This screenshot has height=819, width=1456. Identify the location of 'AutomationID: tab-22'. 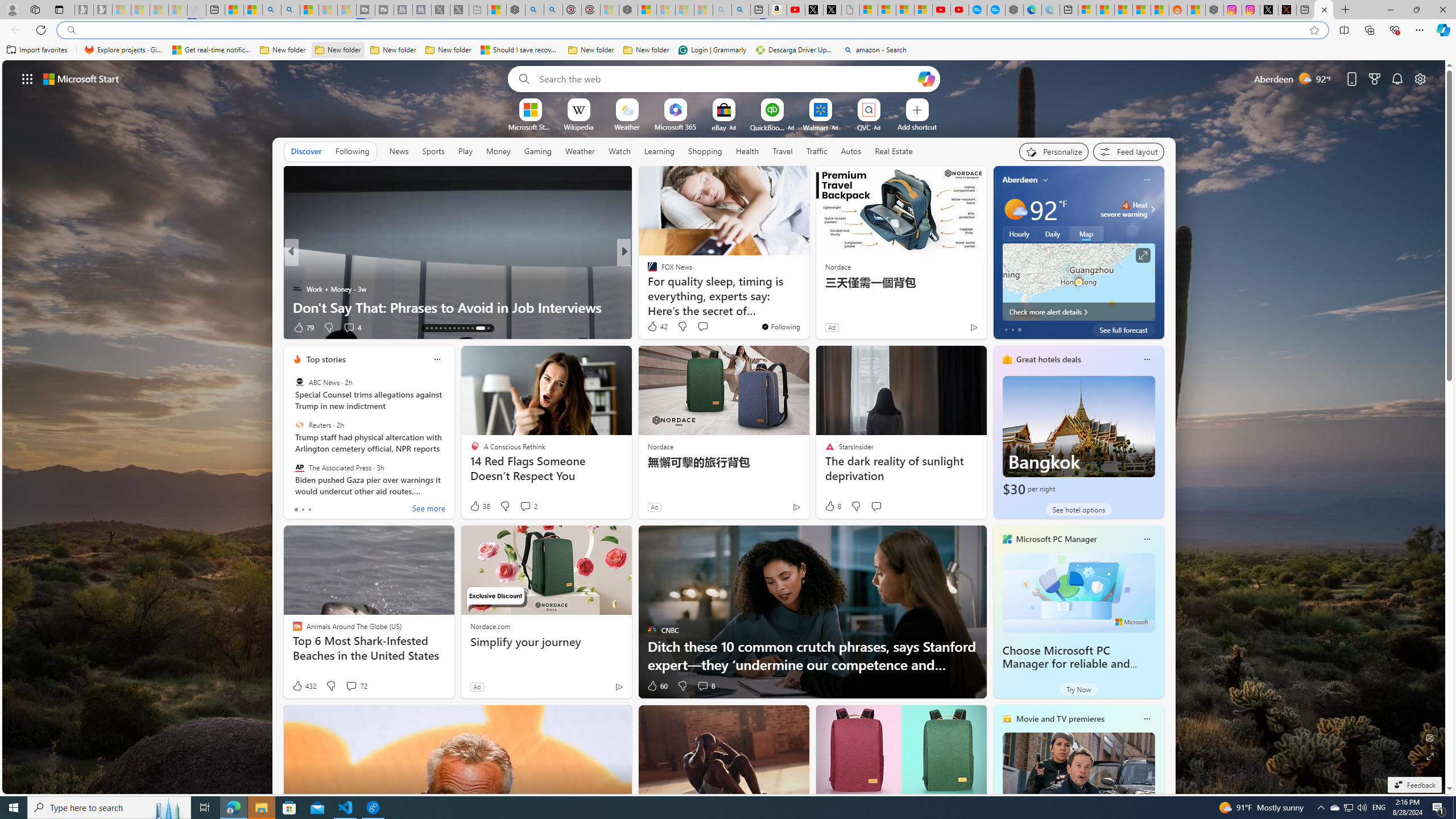
(468, 328).